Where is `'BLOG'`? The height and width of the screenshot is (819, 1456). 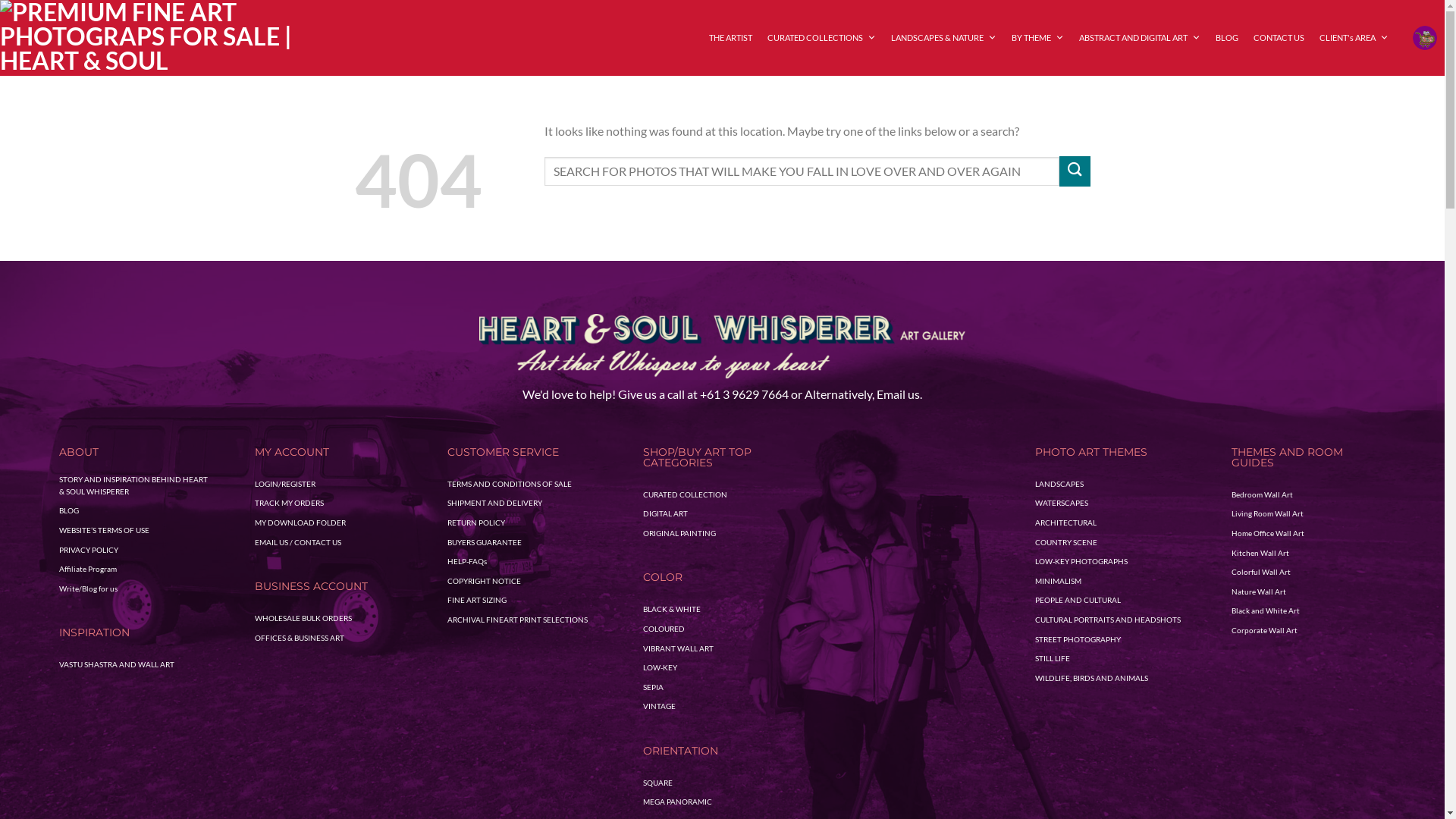 'BLOG' is located at coordinates (1226, 37).